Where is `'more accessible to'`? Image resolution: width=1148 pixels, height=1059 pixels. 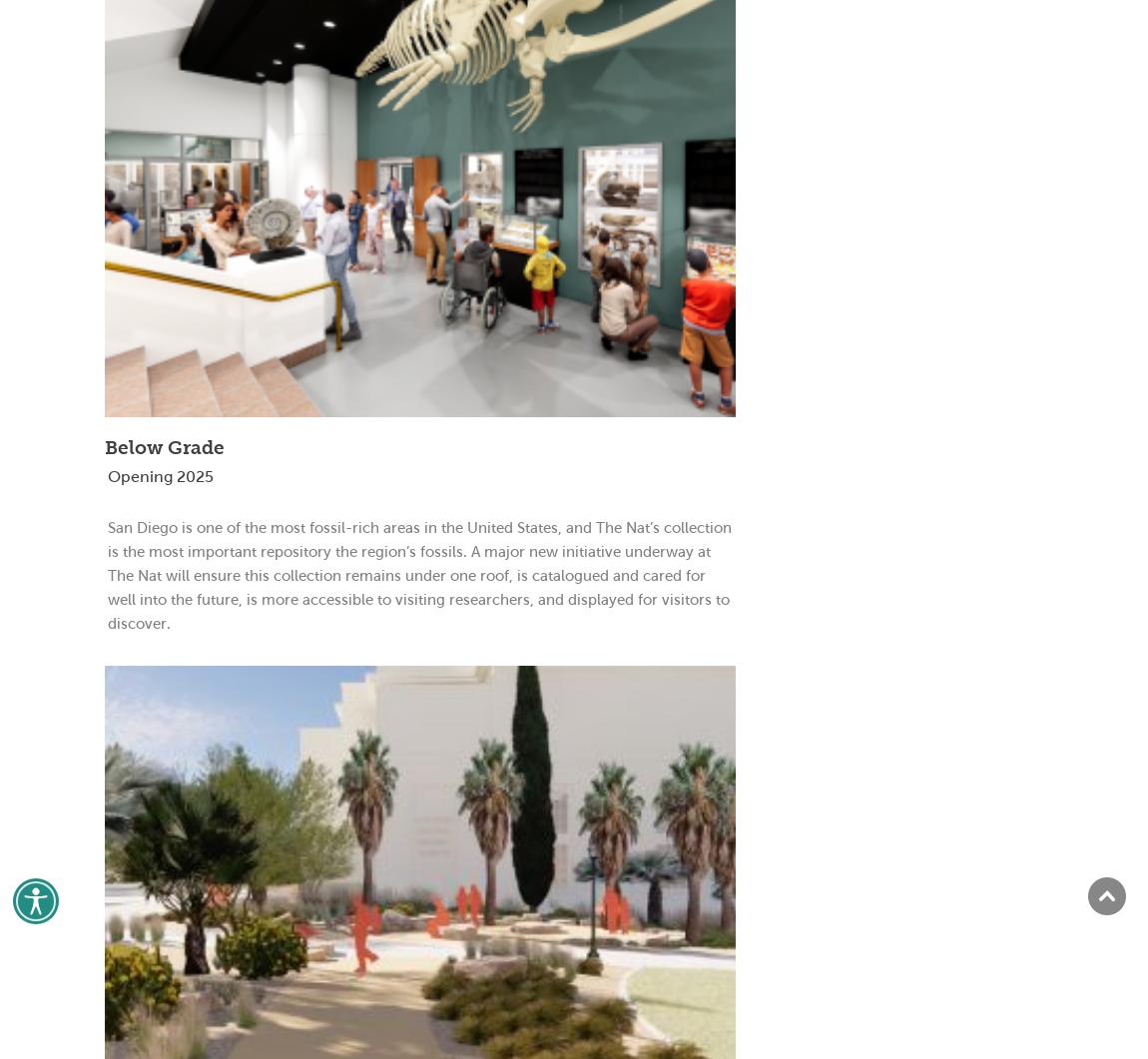
'more accessible to' is located at coordinates (323, 597).